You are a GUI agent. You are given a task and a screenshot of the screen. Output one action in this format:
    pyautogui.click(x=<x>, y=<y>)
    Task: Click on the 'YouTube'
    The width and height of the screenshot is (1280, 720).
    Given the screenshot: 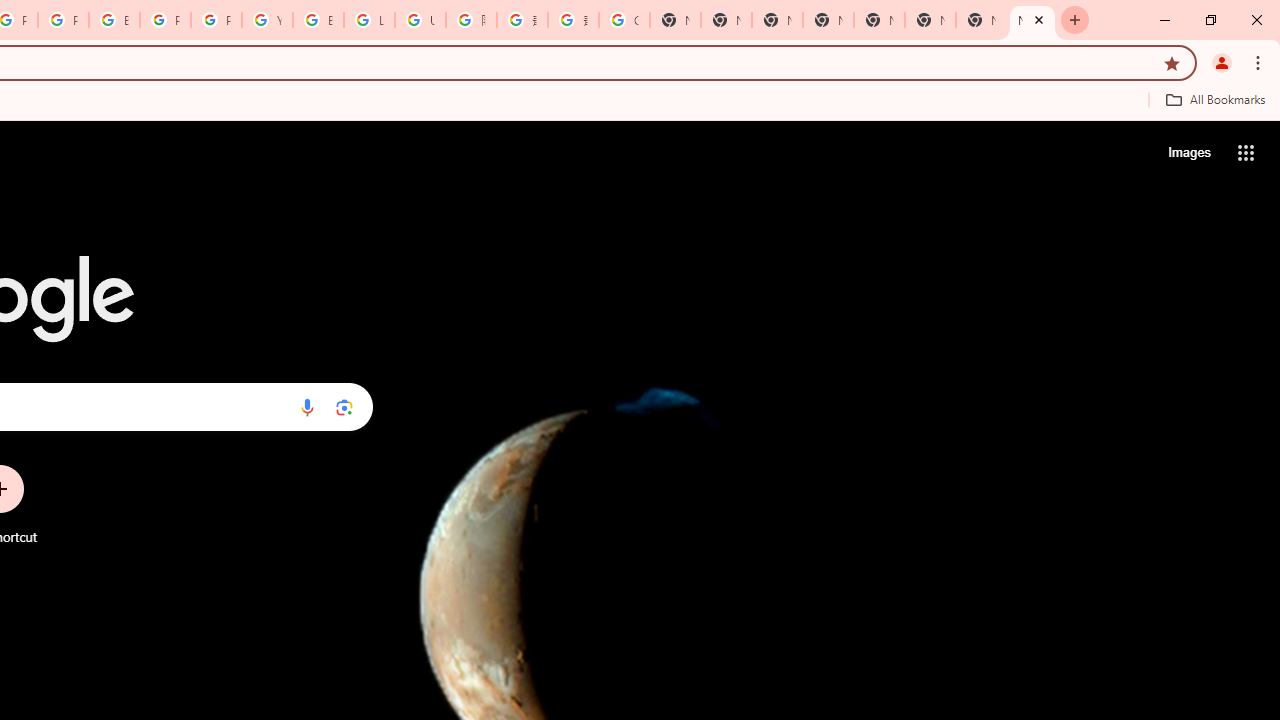 What is the action you would take?
    pyautogui.click(x=266, y=20)
    